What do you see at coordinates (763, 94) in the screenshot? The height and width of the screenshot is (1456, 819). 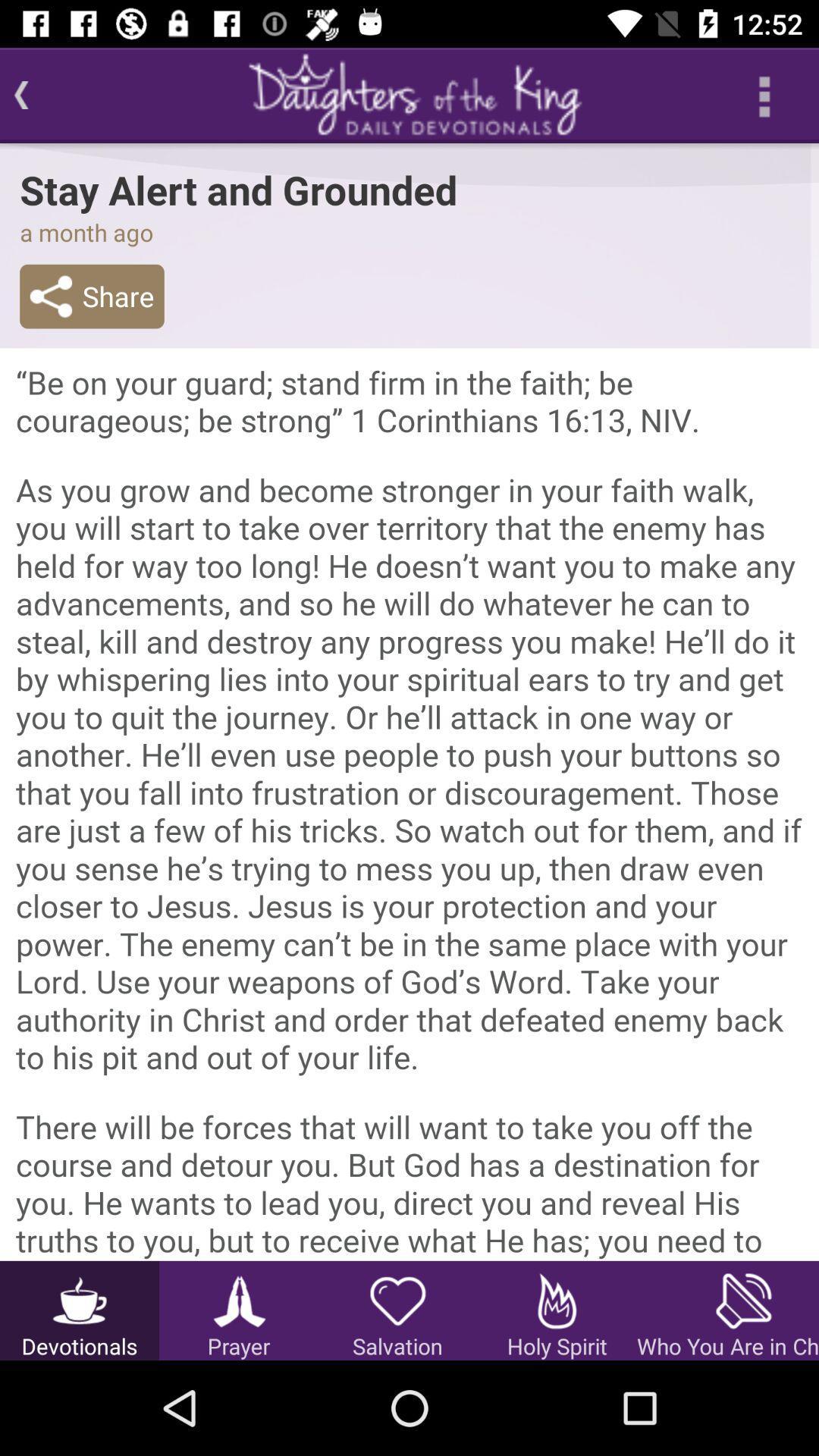 I see `the more icon` at bounding box center [763, 94].